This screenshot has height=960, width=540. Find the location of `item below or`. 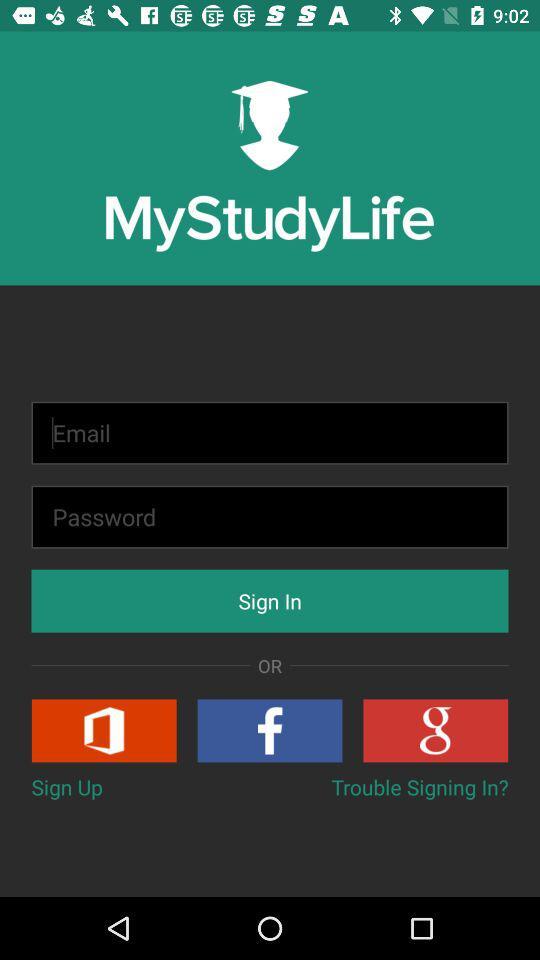

item below or is located at coordinates (270, 729).